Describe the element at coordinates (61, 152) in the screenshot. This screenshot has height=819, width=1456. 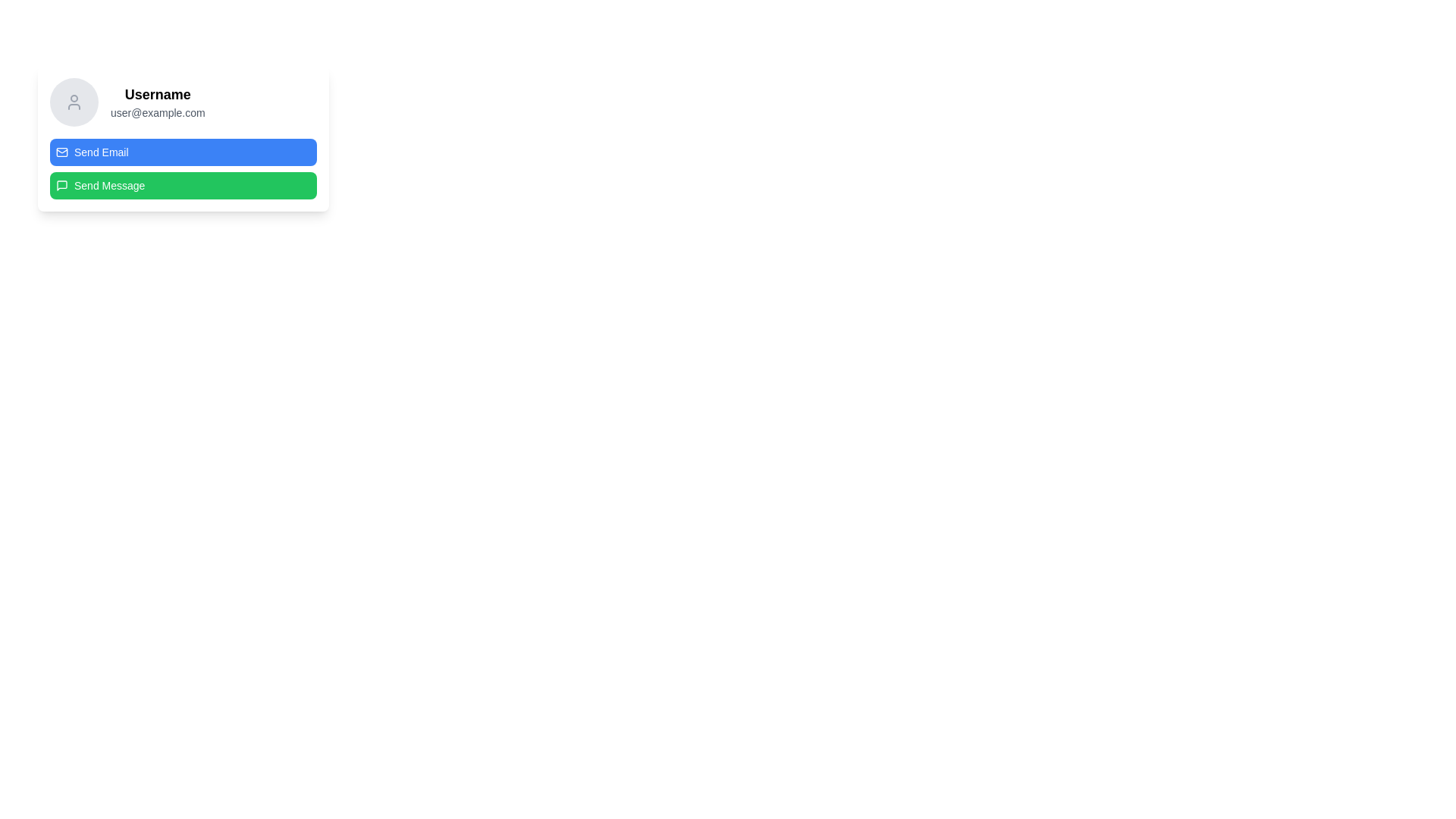
I see `the icon background of the envelope symbolizing email, which is part of the 'Send Email' button` at that location.